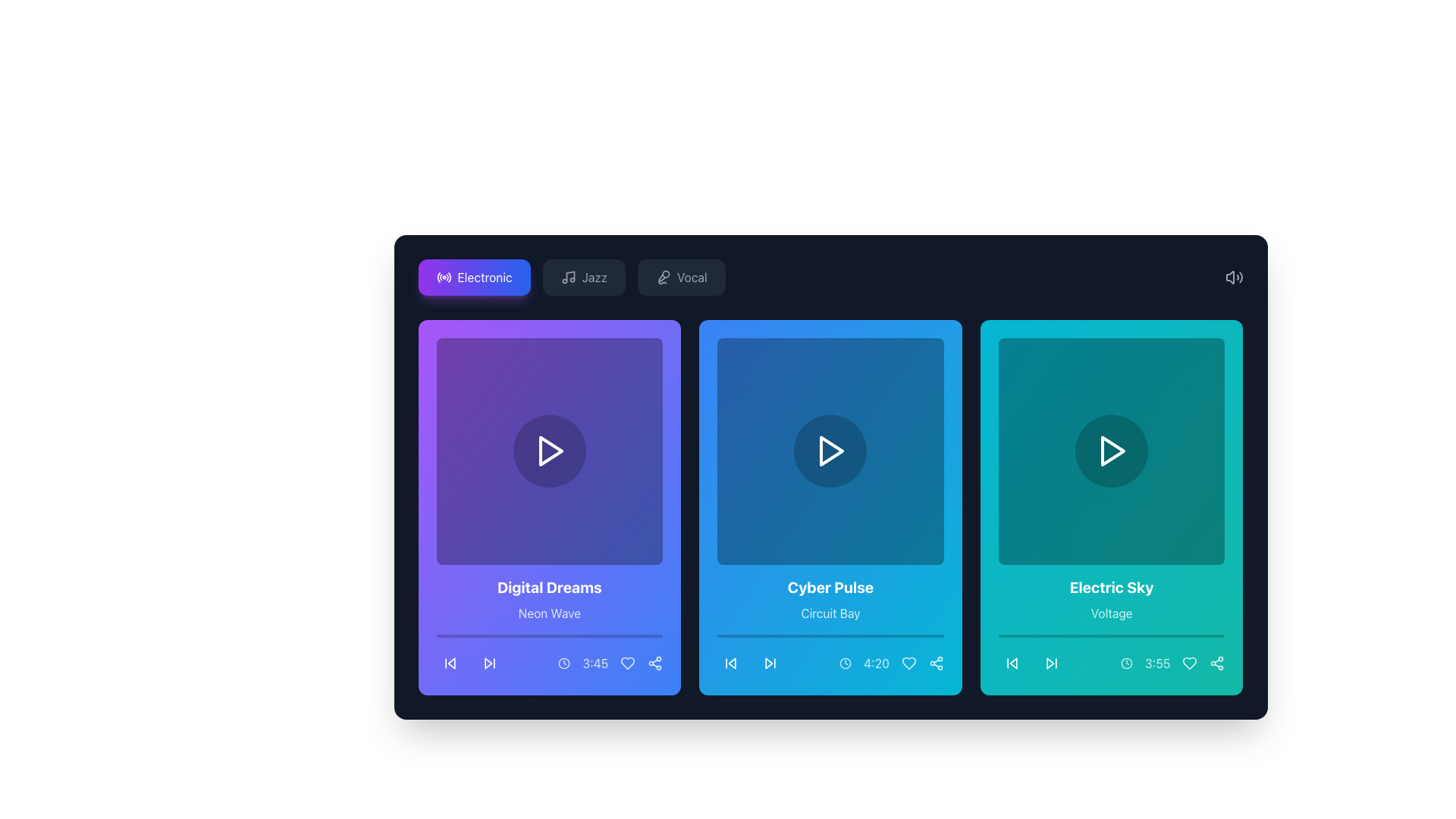 The height and width of the screenshot is (819, 1456). Describe the element at coordinates (830, 635) in the screenshot. I see `the thin horizontal progress bar located beneath the 'Circuit Bay' text in the 'Cyber Pulse' card` at that location.